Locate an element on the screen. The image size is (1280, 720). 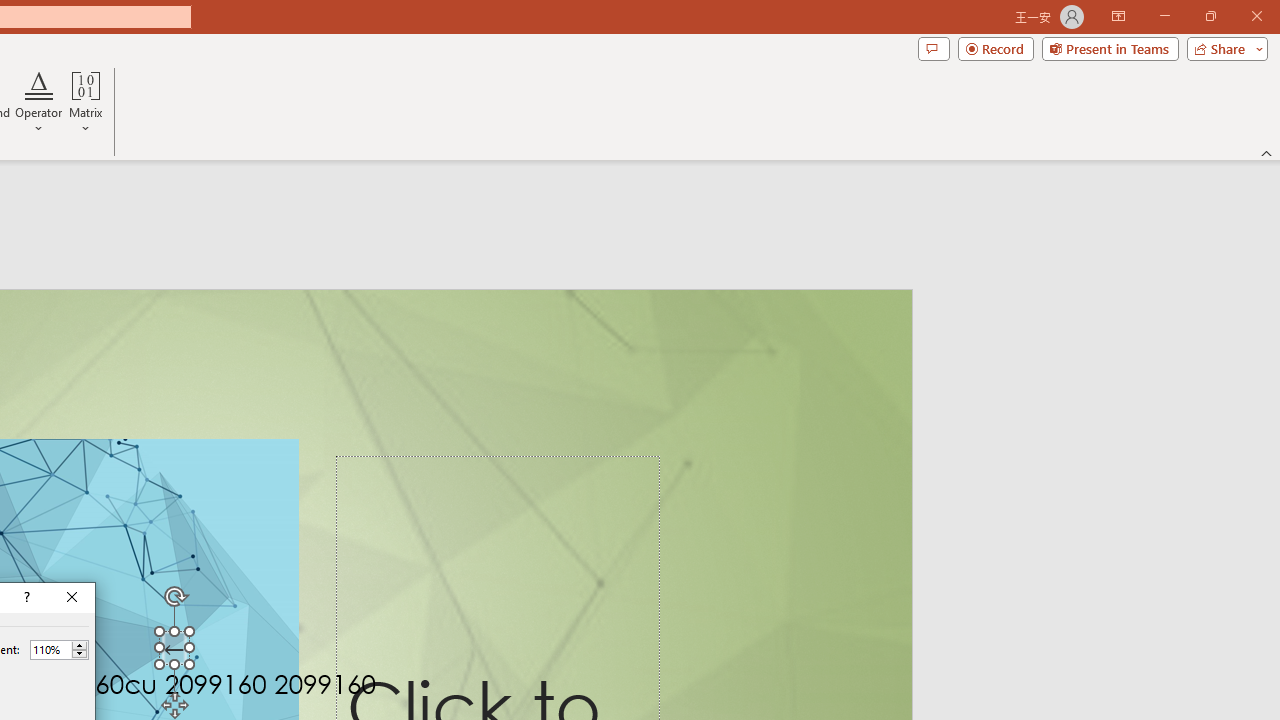
'Context help' is located at coordinates (25, 596).